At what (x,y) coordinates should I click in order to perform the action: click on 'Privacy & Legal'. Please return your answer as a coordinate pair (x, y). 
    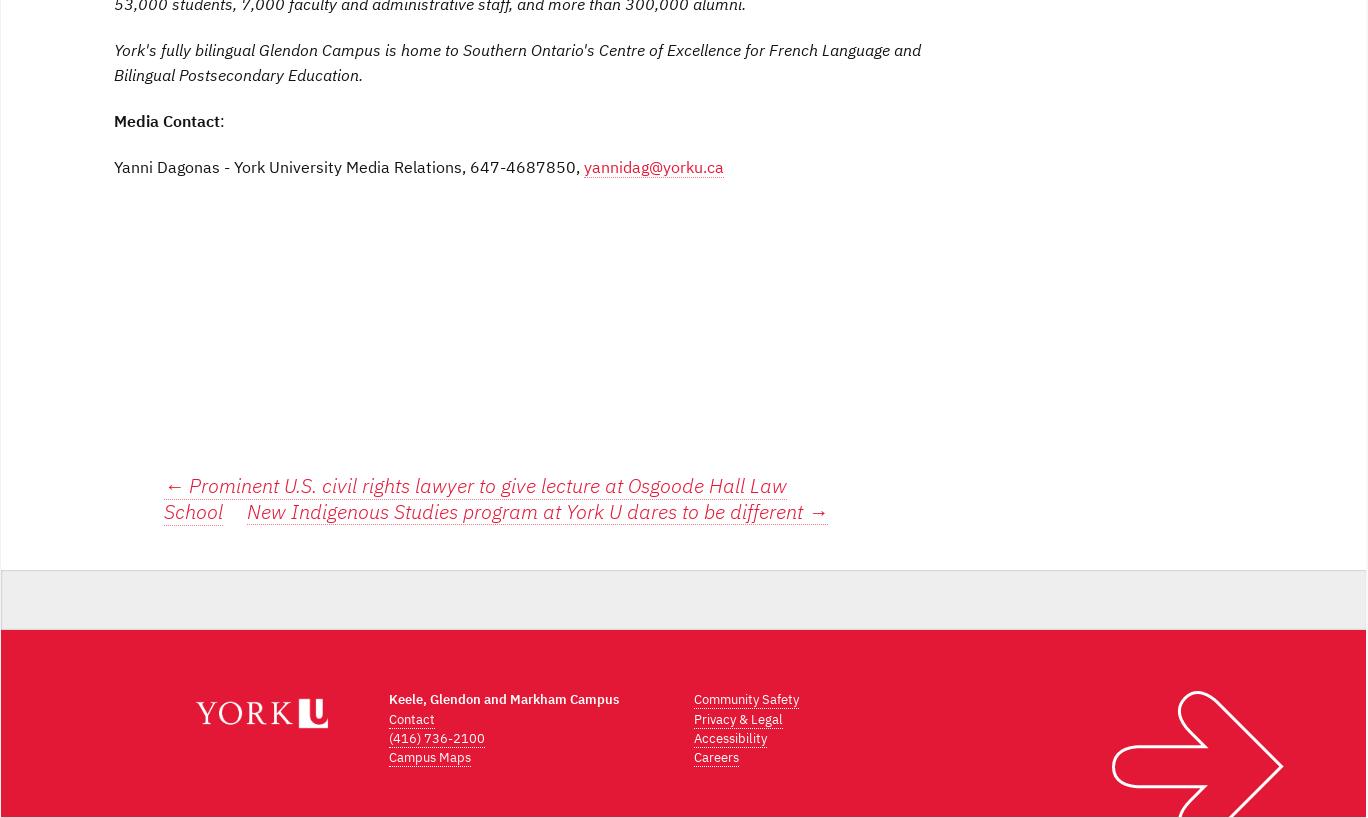
    Looking at the image, I should click on (737, 717).